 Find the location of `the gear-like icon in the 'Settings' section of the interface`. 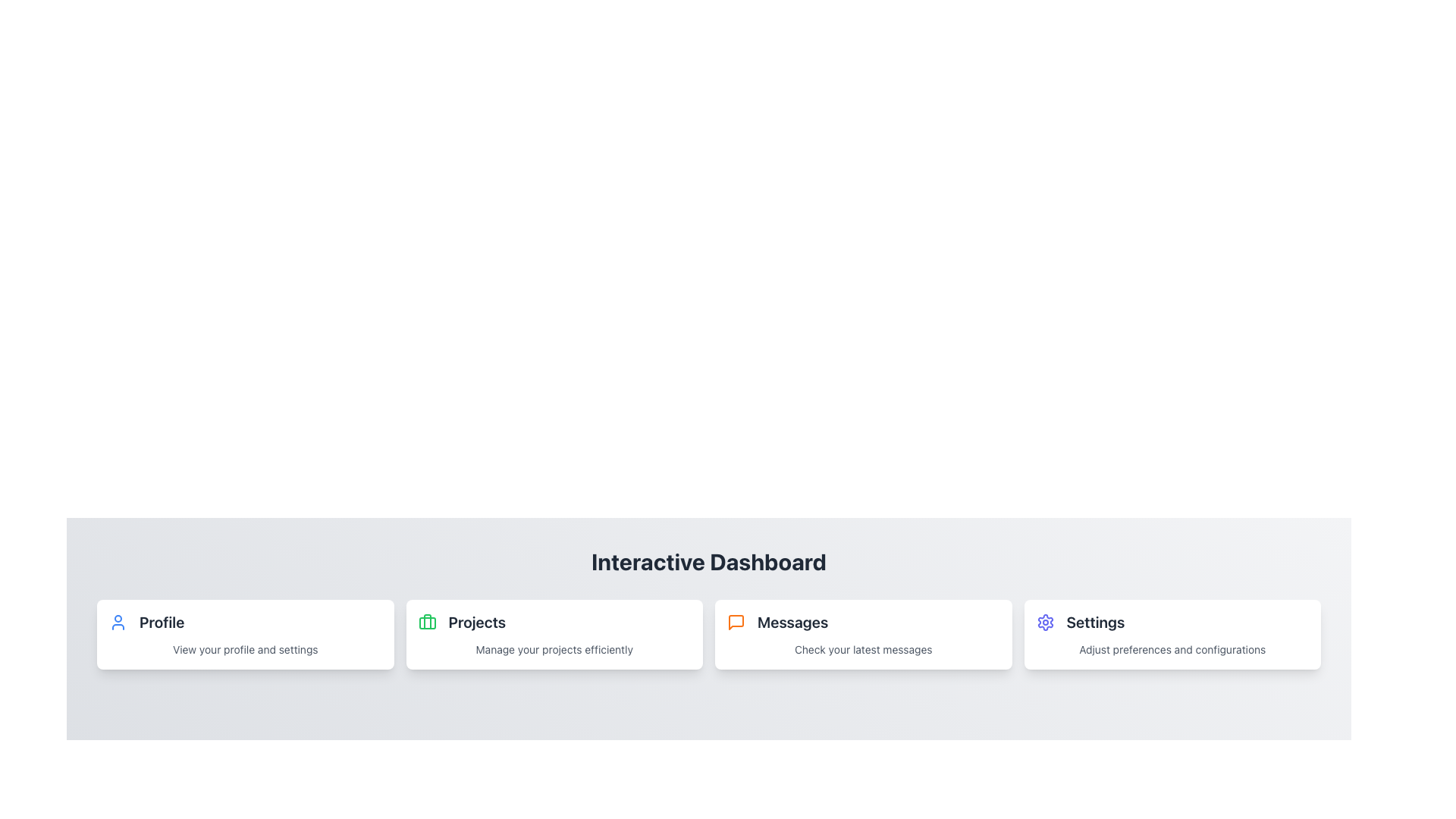

the gear-like icon in the 'Settings' section of the interface is located at coordinates (1044, 623).